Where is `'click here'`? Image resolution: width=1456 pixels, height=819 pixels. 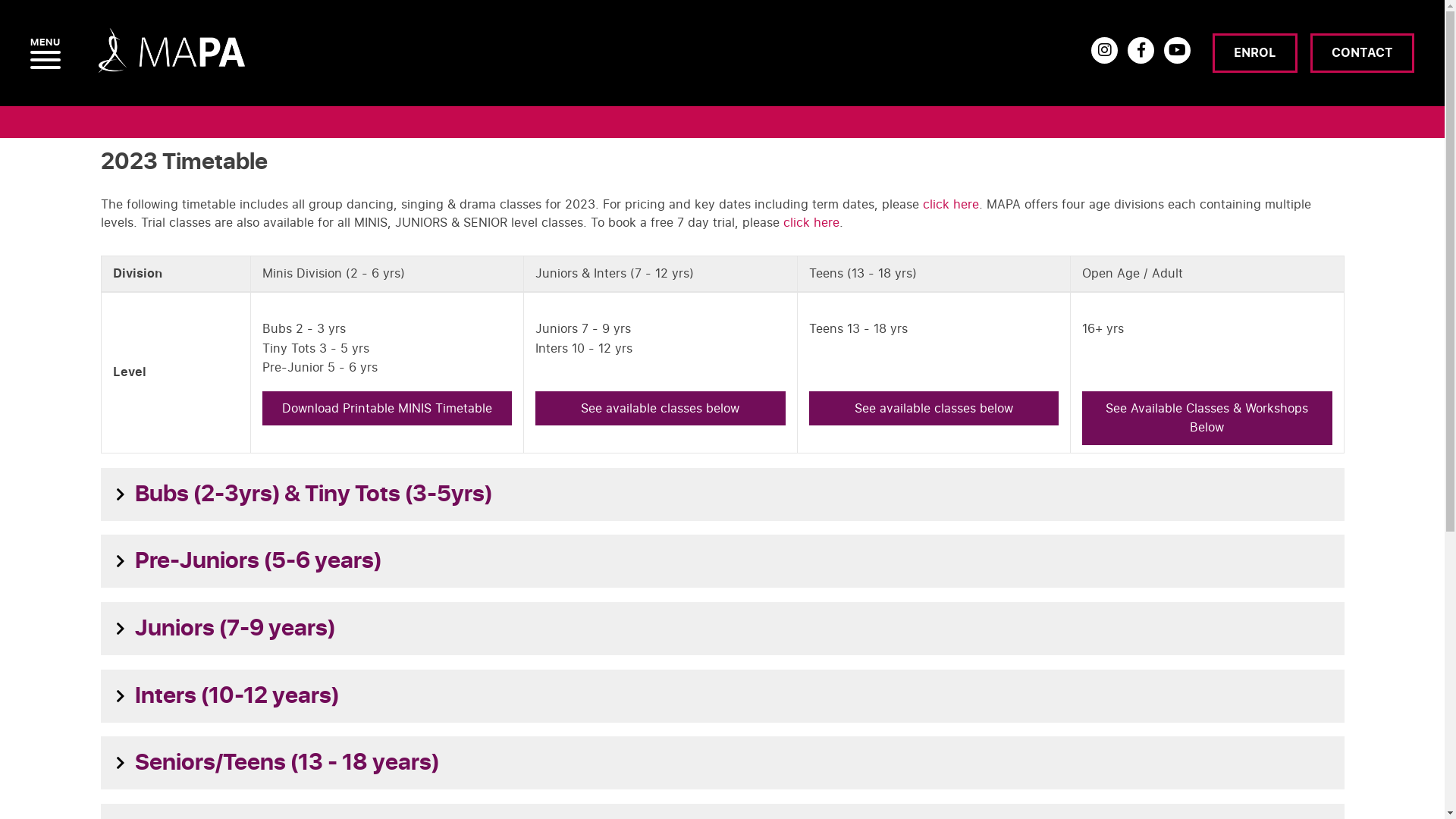
'click here' is located at coordinates (810, 222).